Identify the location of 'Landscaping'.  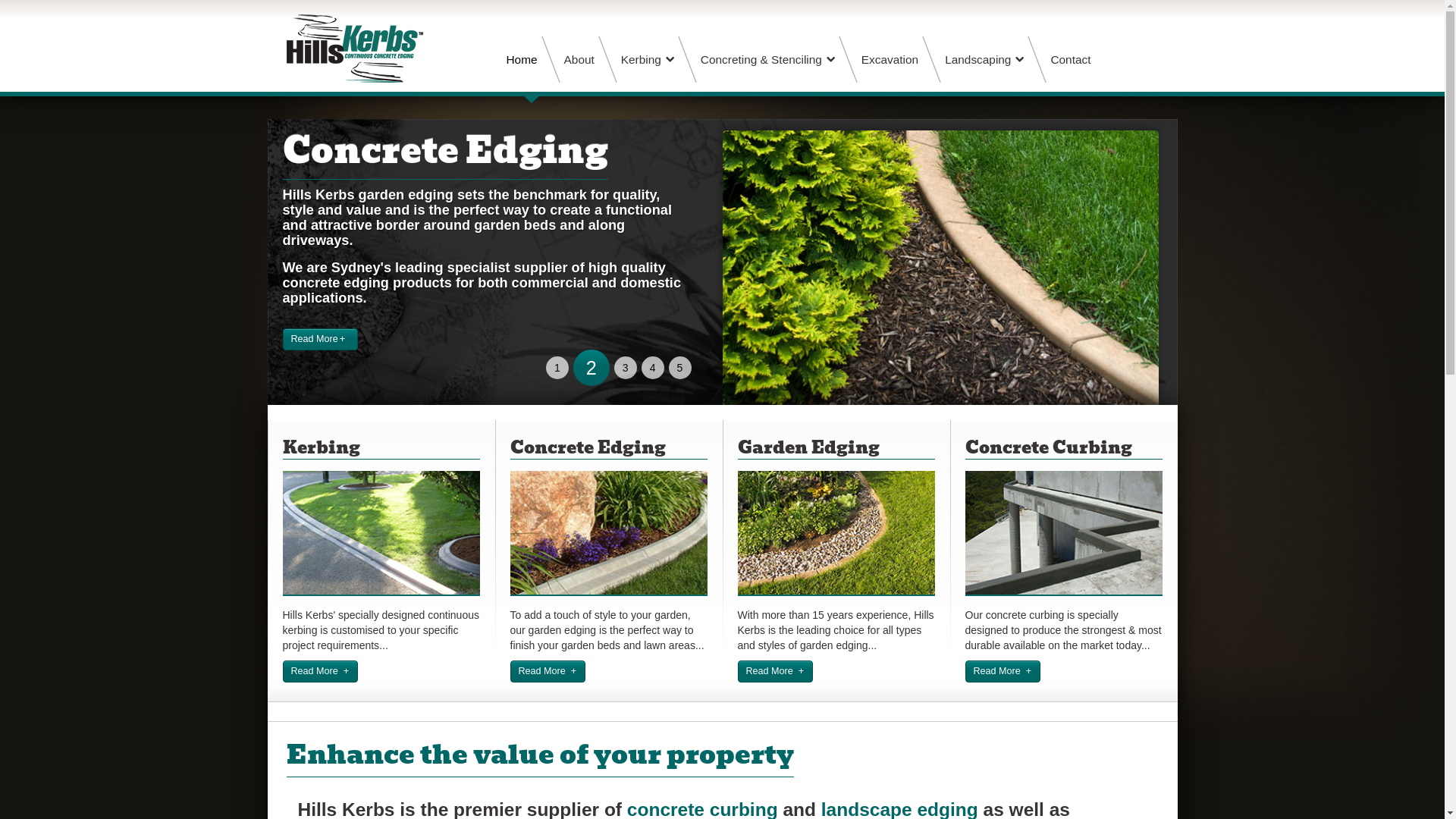
(984, 58).